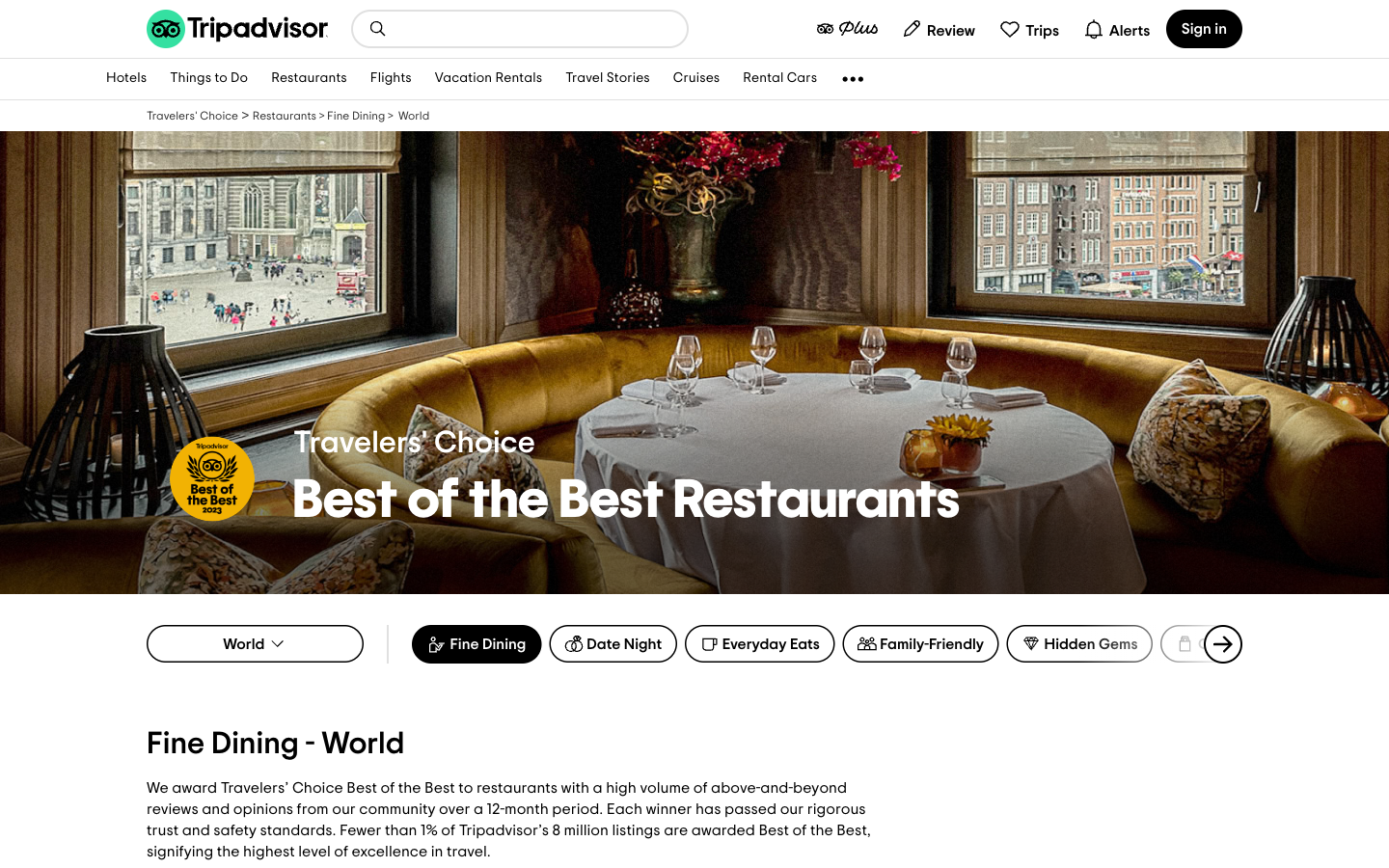  I want to click on plus members page, so click(845, 27).